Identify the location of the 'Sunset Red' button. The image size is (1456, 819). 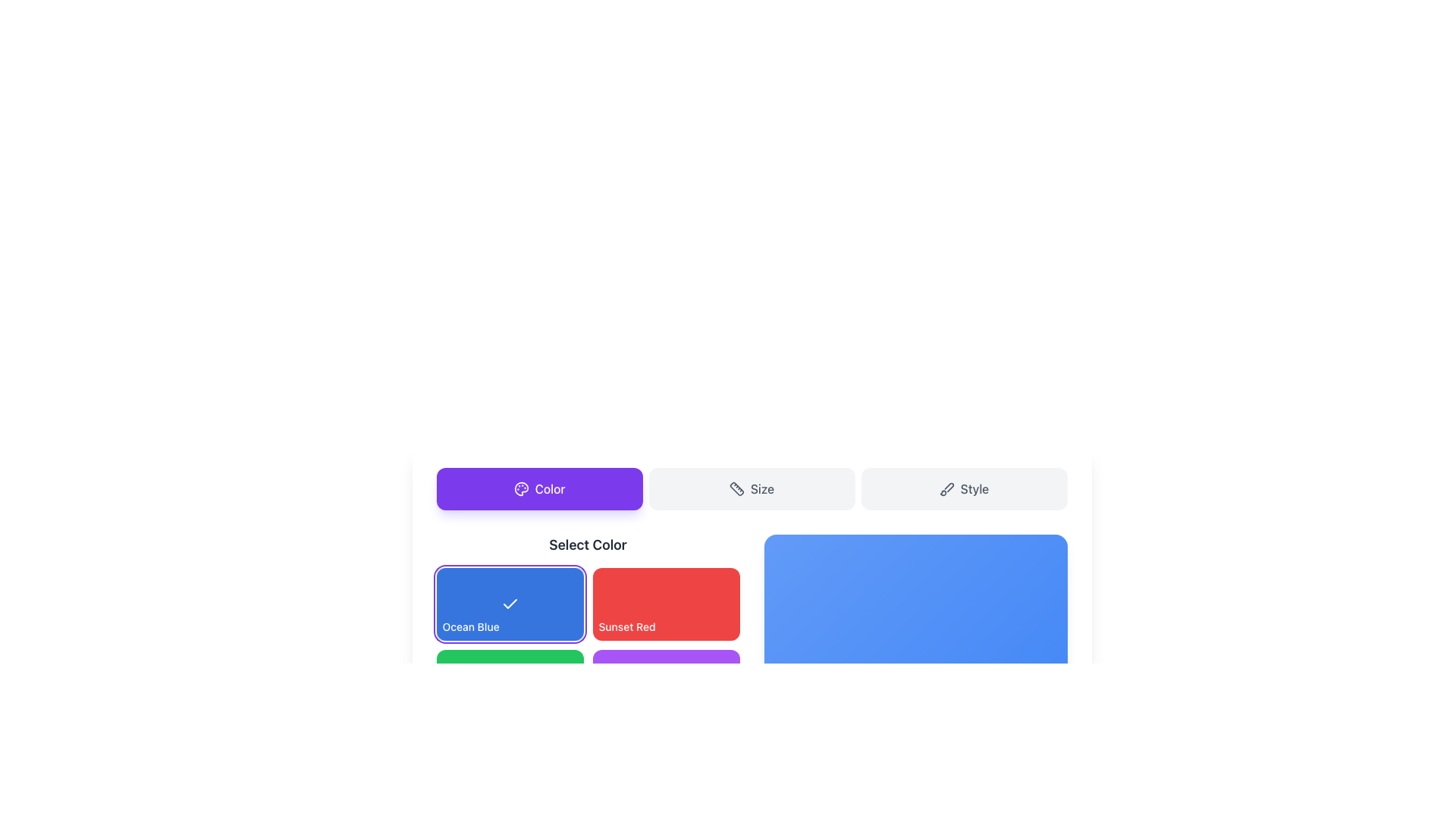
(666, 604).